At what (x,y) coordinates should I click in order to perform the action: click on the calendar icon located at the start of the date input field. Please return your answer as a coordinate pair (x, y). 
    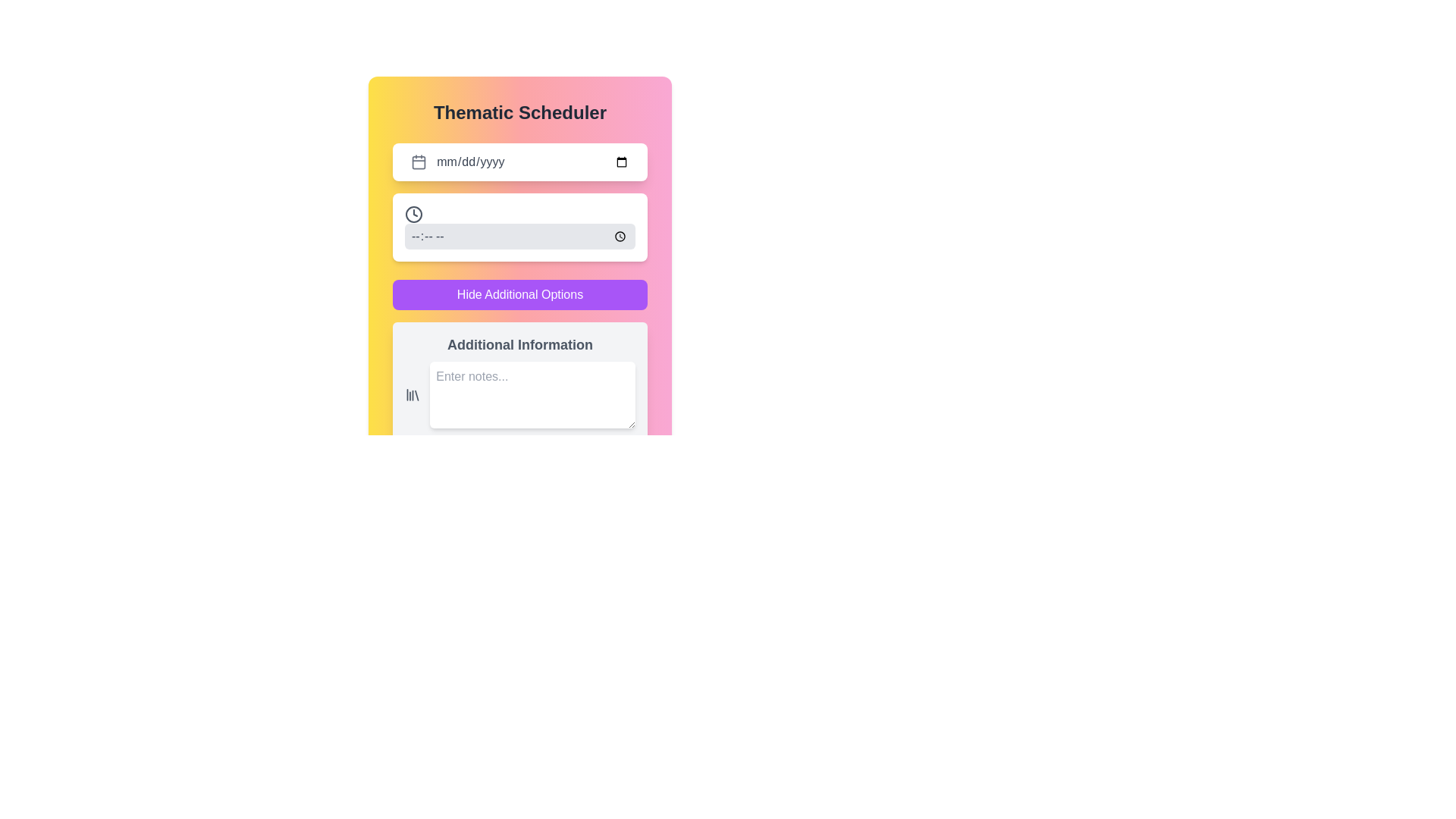
    Looking at the image, I should click on (419, 162).